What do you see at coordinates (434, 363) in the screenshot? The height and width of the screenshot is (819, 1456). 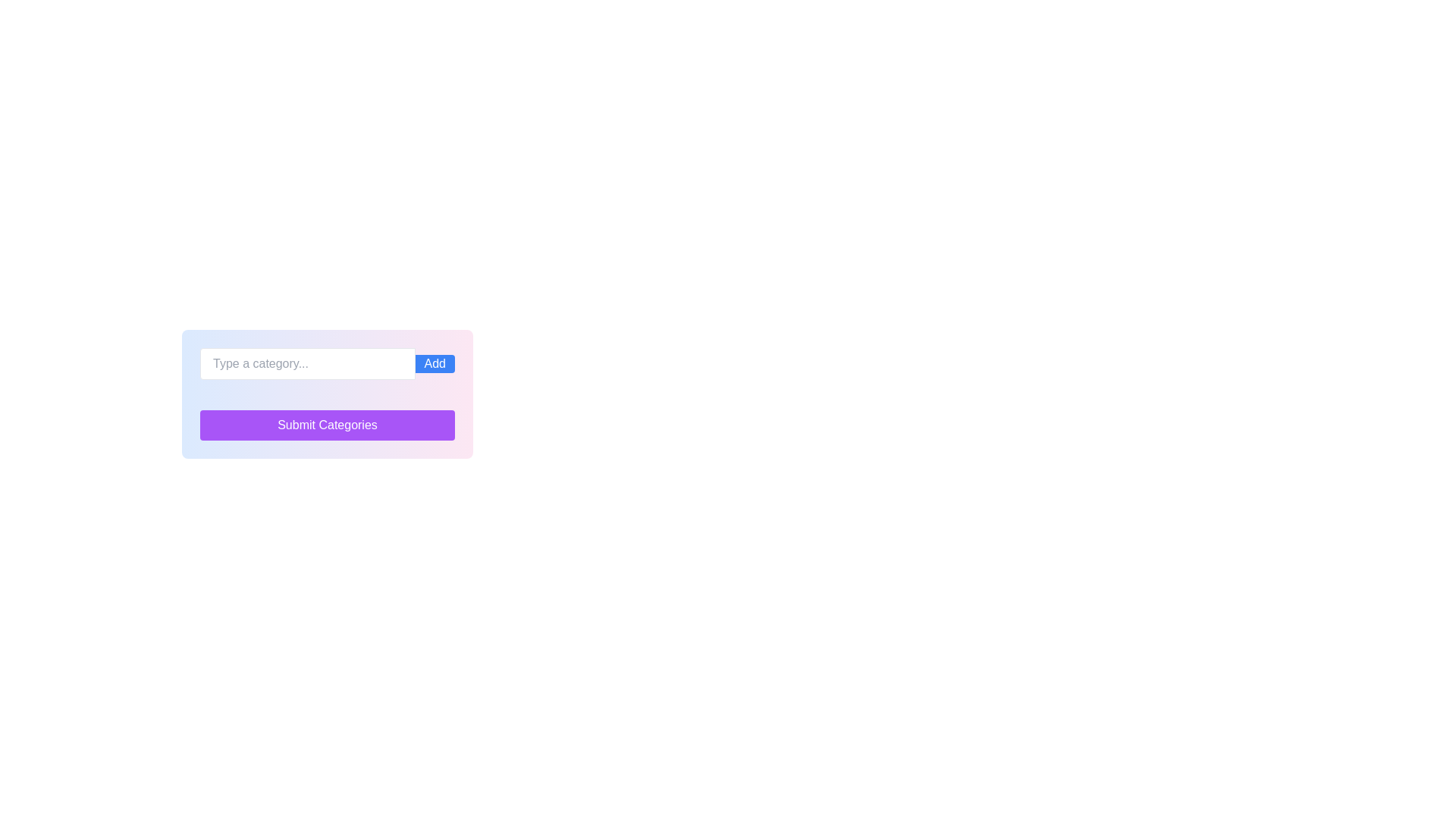 I see `the button located at the far-right side of the 'Type a category...' input field` at bounding box center [434, 363].